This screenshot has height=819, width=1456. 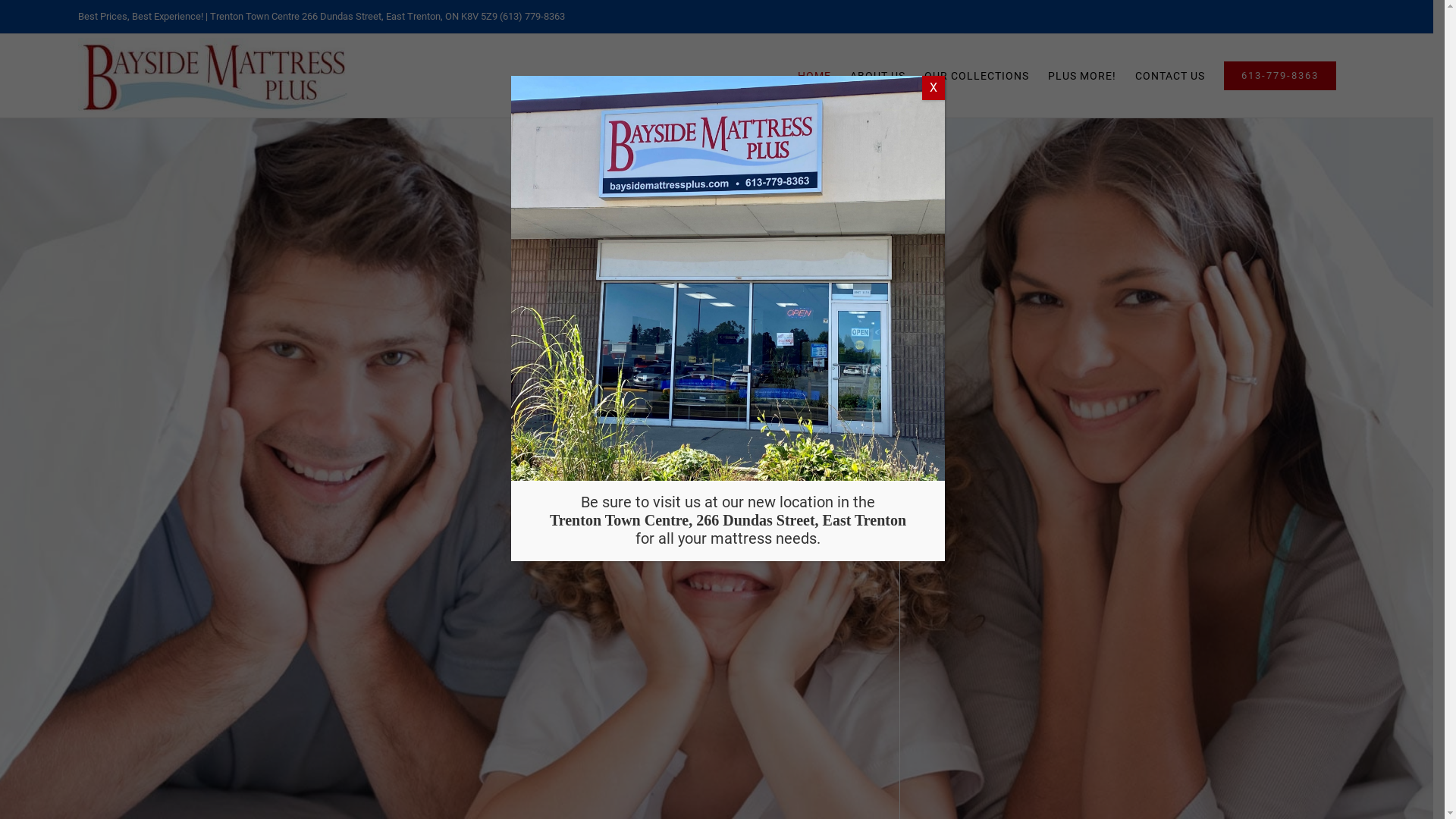 I want to click on 'CONTACT US', so click(x=1135, y=76).